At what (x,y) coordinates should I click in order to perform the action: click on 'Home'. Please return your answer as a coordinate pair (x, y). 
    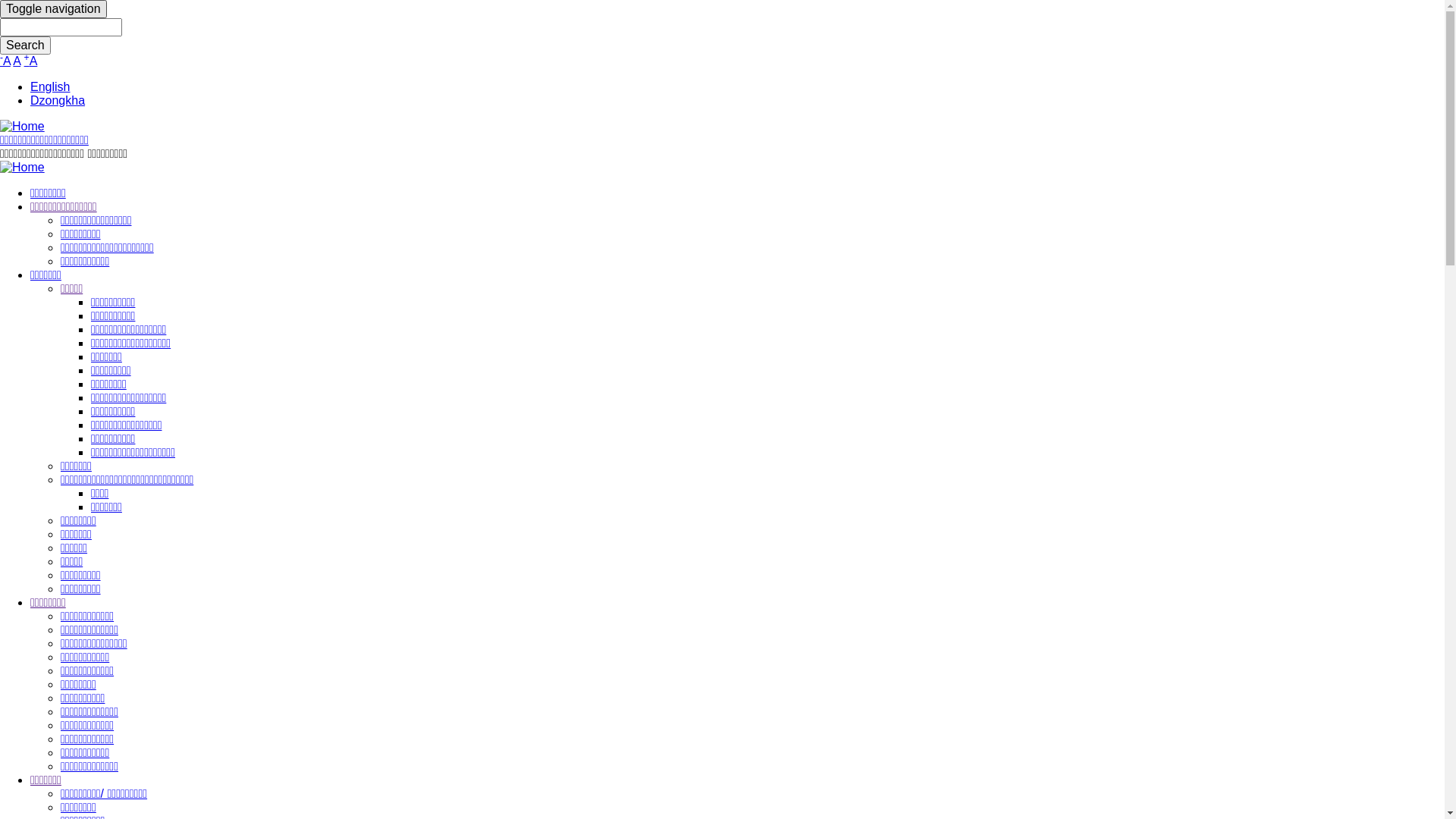
    Looking at the image, I should click on (22, 167).